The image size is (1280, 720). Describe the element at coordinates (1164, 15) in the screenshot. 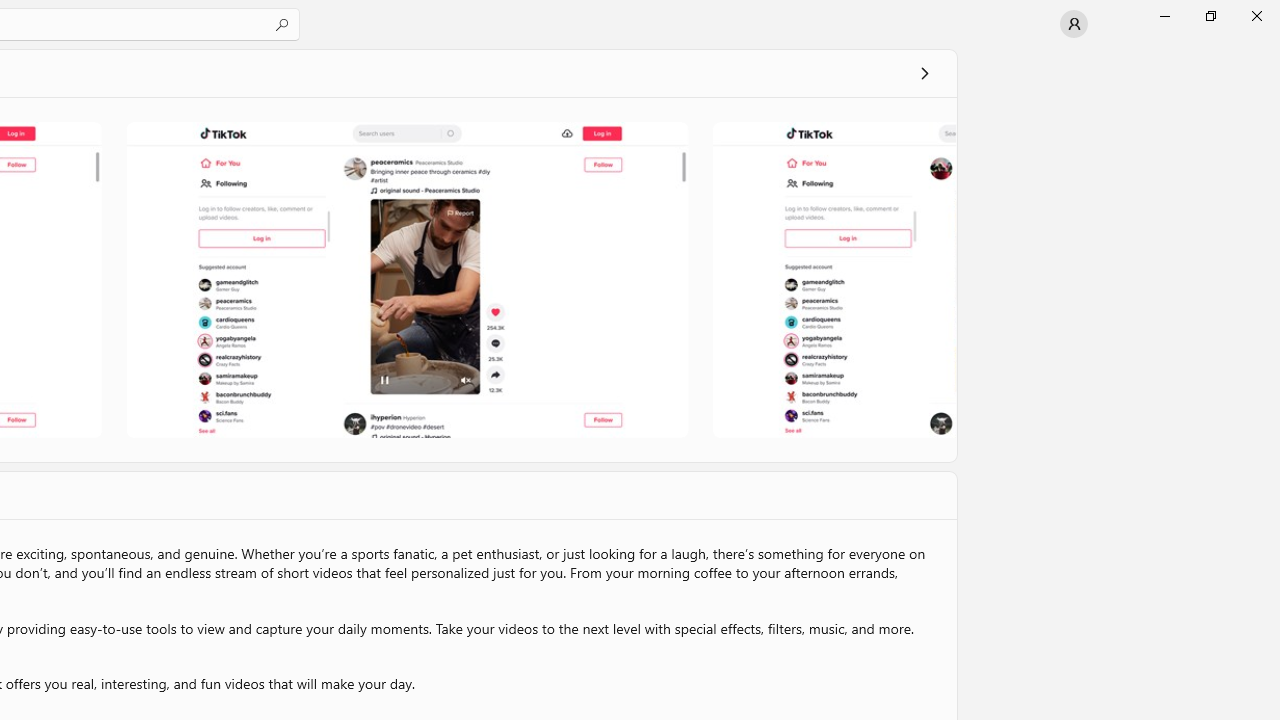

I see `'Minimize Microsoft Store'` at that location.